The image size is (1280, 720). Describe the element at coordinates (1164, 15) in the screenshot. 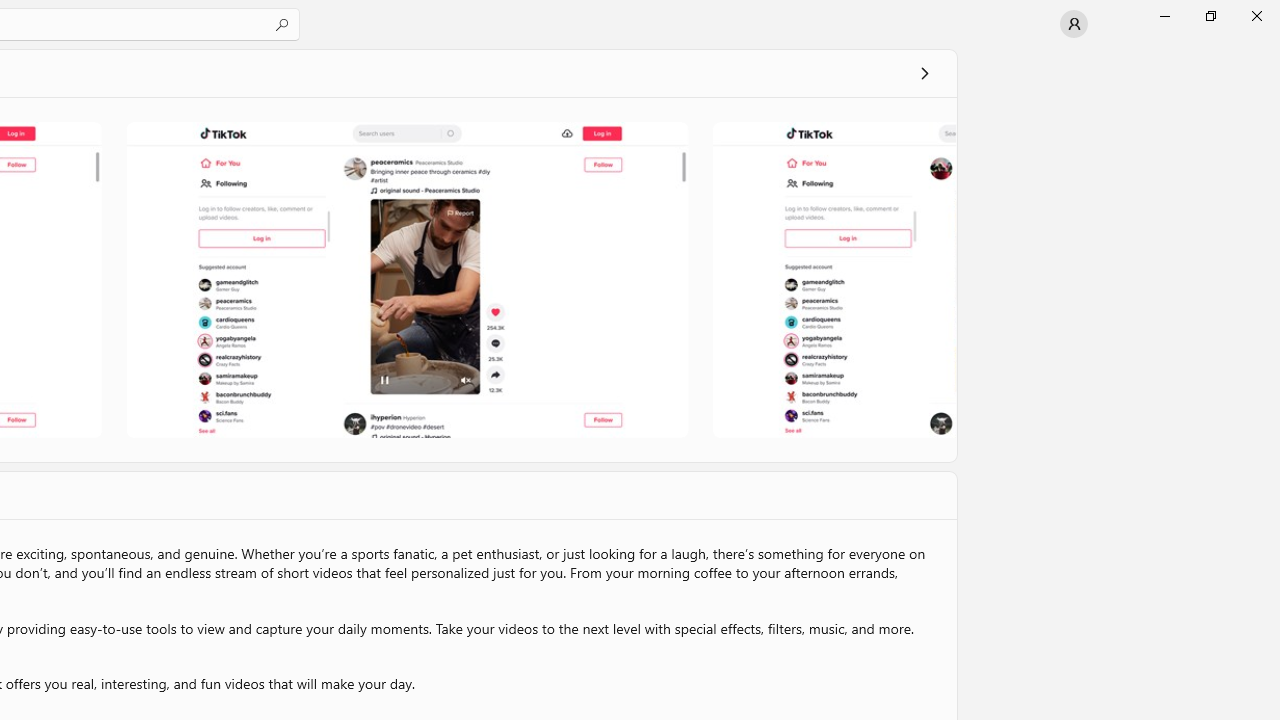

I see `'Minimize Microsoft Store'` at that location.